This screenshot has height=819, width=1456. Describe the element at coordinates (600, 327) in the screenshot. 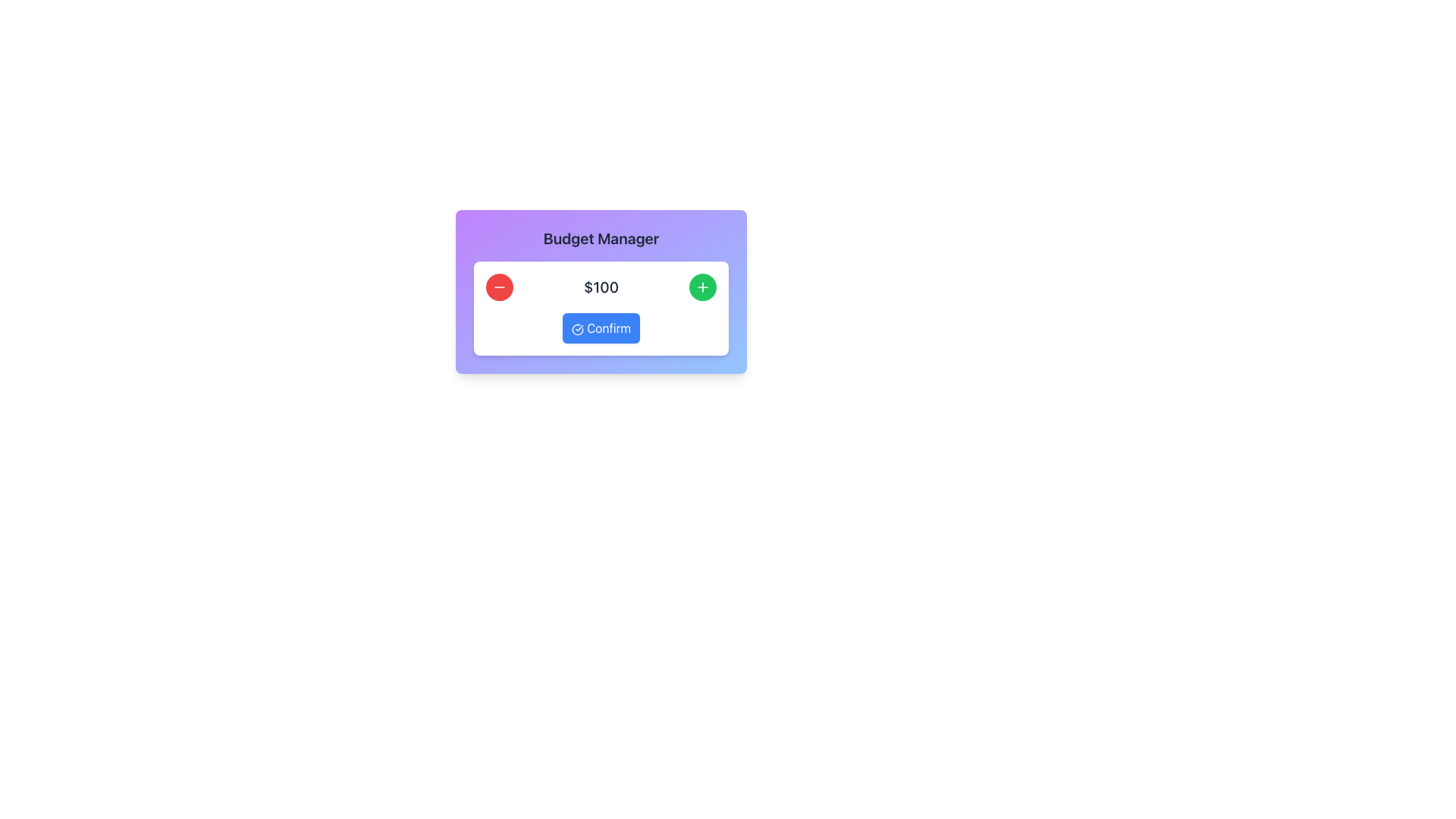

I see `the confirm button in the 'Budget Manager' interface` at that location.